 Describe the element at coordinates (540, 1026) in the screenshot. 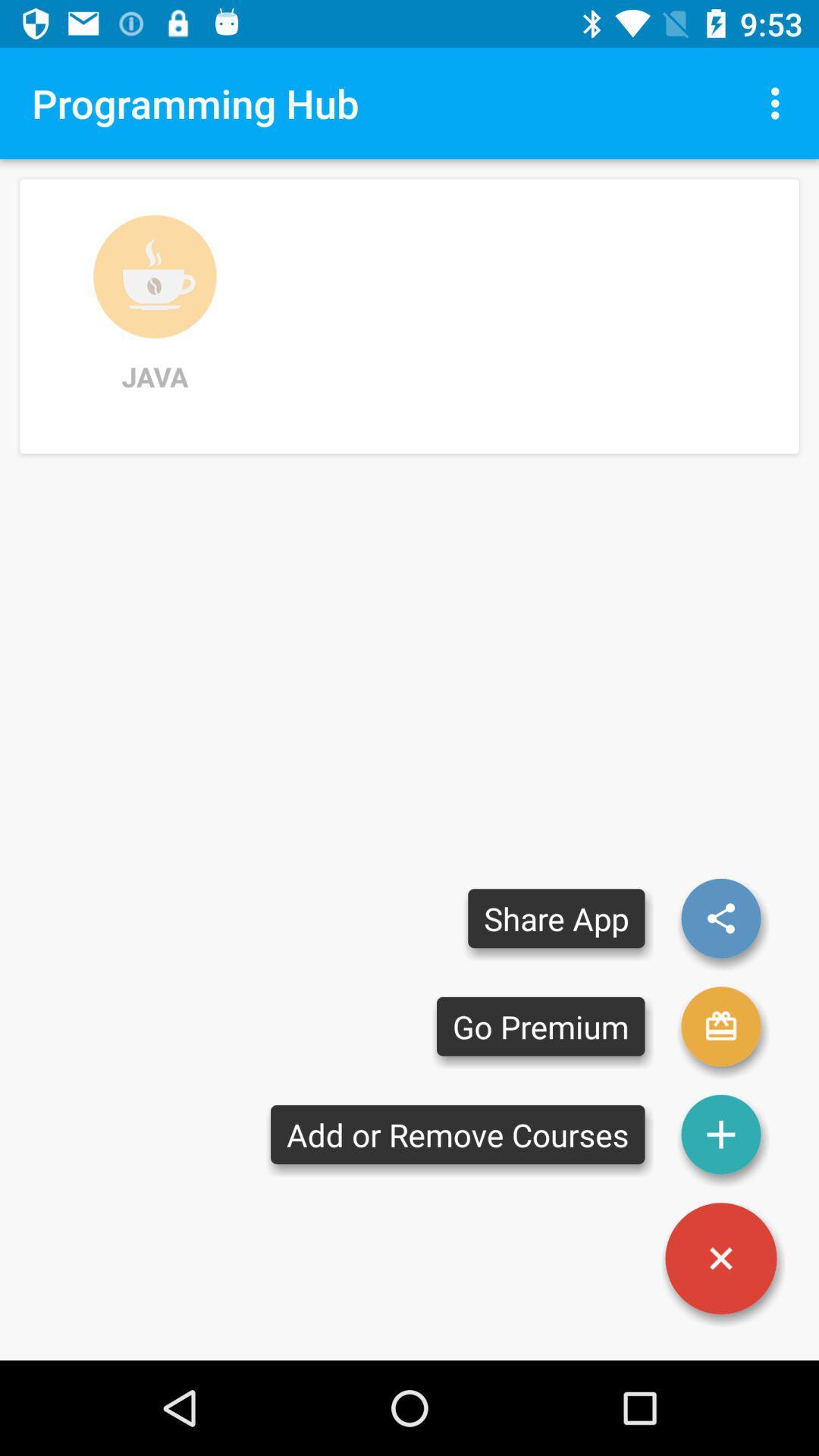

I see `icon below share app` at that location.